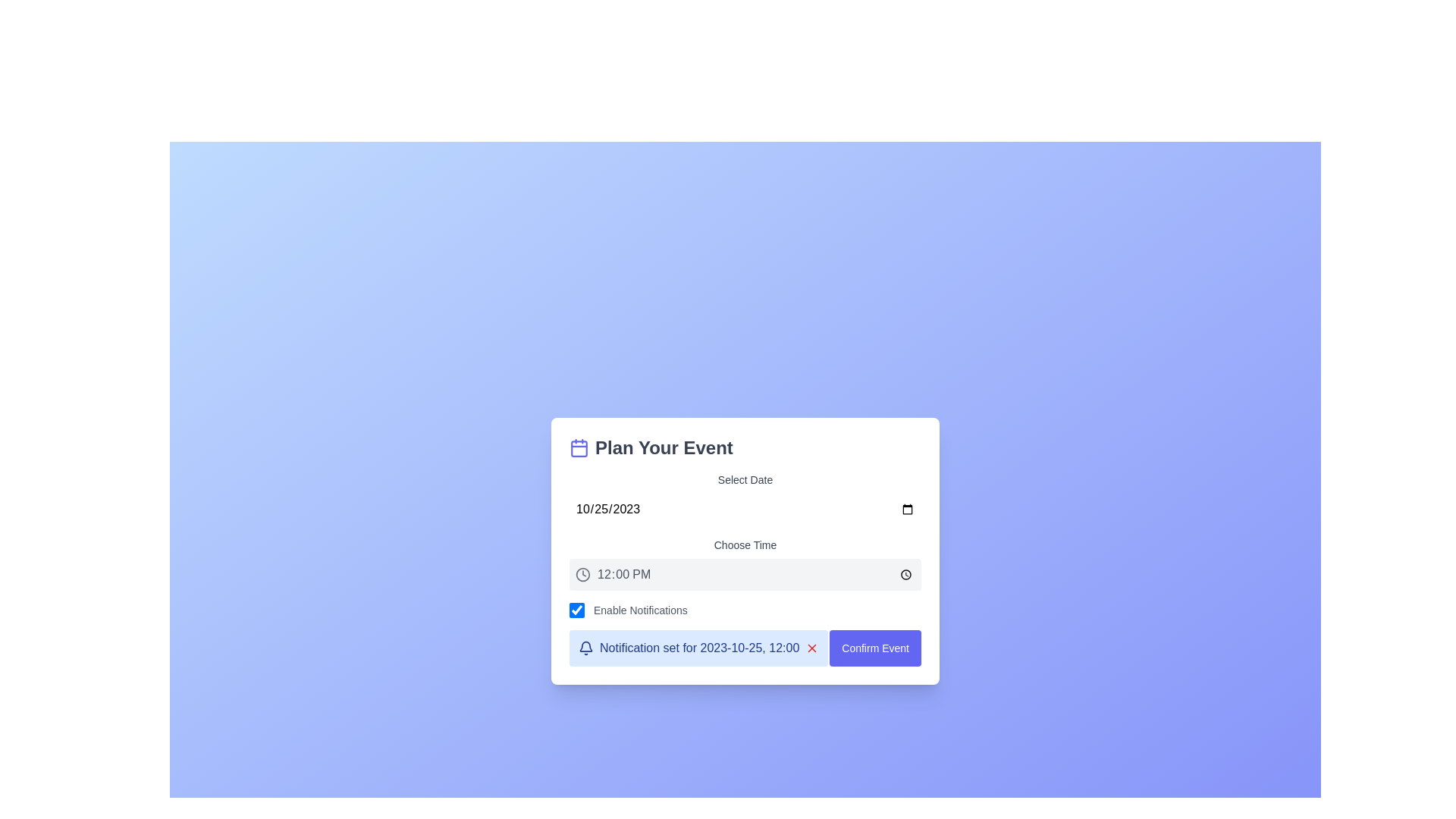  Describe the element at coordinates (875, 648) in the screenshot. I see `the 'Confirm Event' button with a blue background and white text, located in the bottom-right corner of the notification setup interface` at that location.